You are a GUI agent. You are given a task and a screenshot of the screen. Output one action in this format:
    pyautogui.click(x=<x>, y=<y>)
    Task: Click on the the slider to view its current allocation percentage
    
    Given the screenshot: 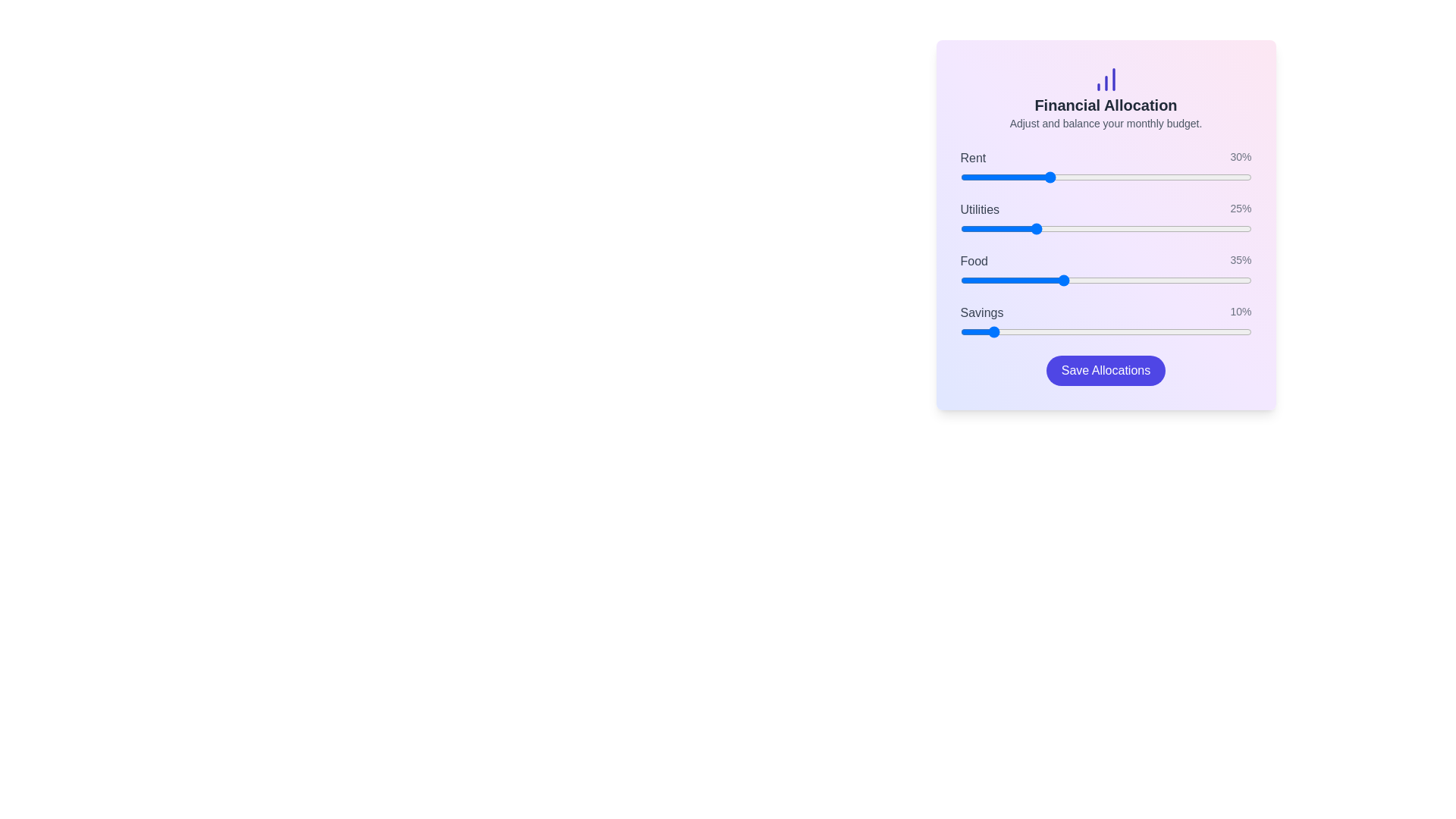 What is the action you would take?
    pyautogui.click(x=1106, y=177)
    